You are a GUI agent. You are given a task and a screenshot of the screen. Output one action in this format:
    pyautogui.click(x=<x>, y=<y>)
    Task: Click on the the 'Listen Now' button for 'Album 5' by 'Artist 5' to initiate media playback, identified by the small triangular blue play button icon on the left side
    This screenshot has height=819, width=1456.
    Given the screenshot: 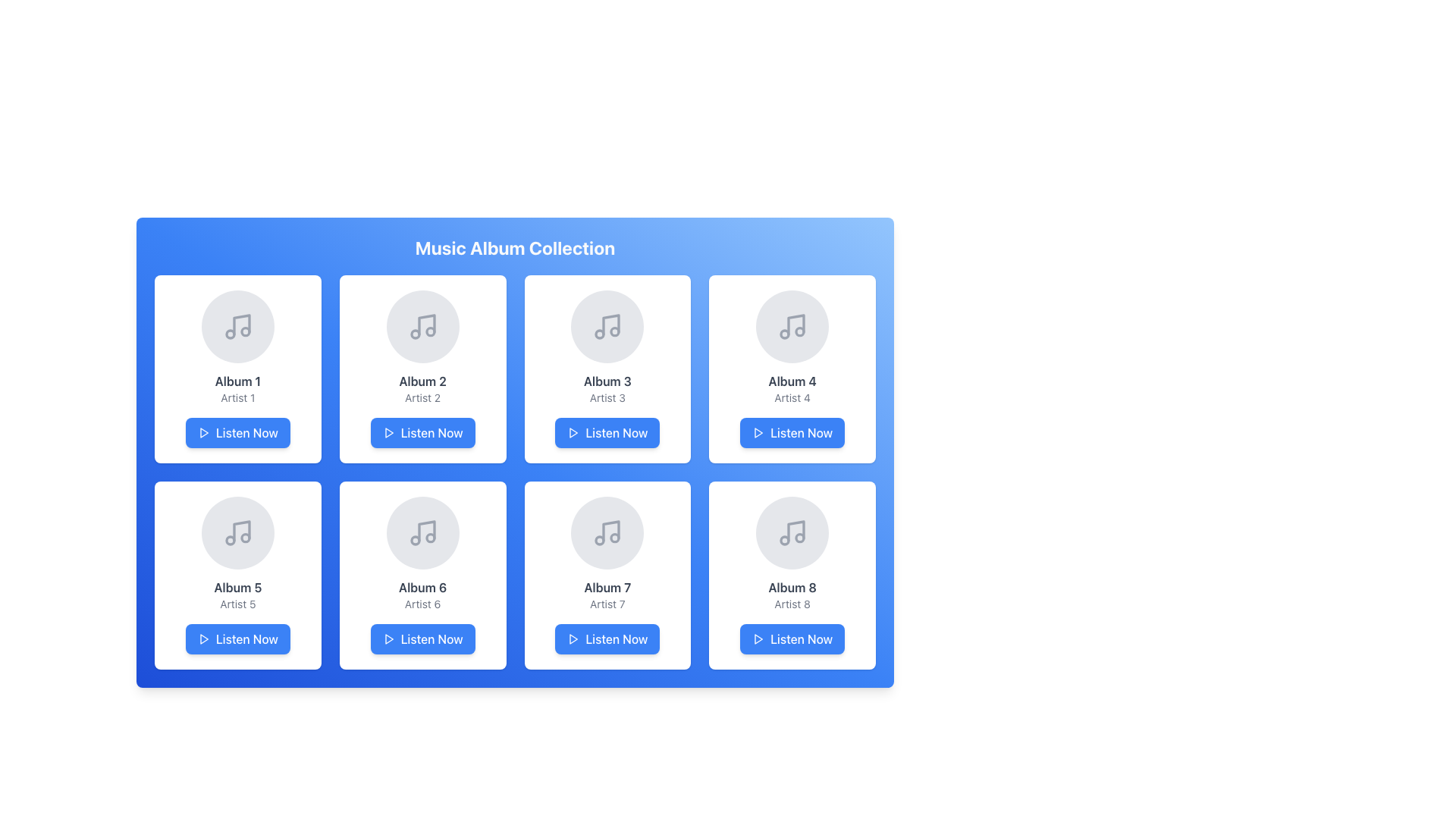 What is the action you would take?
    pyautogui.click(x=202, y=639)
    